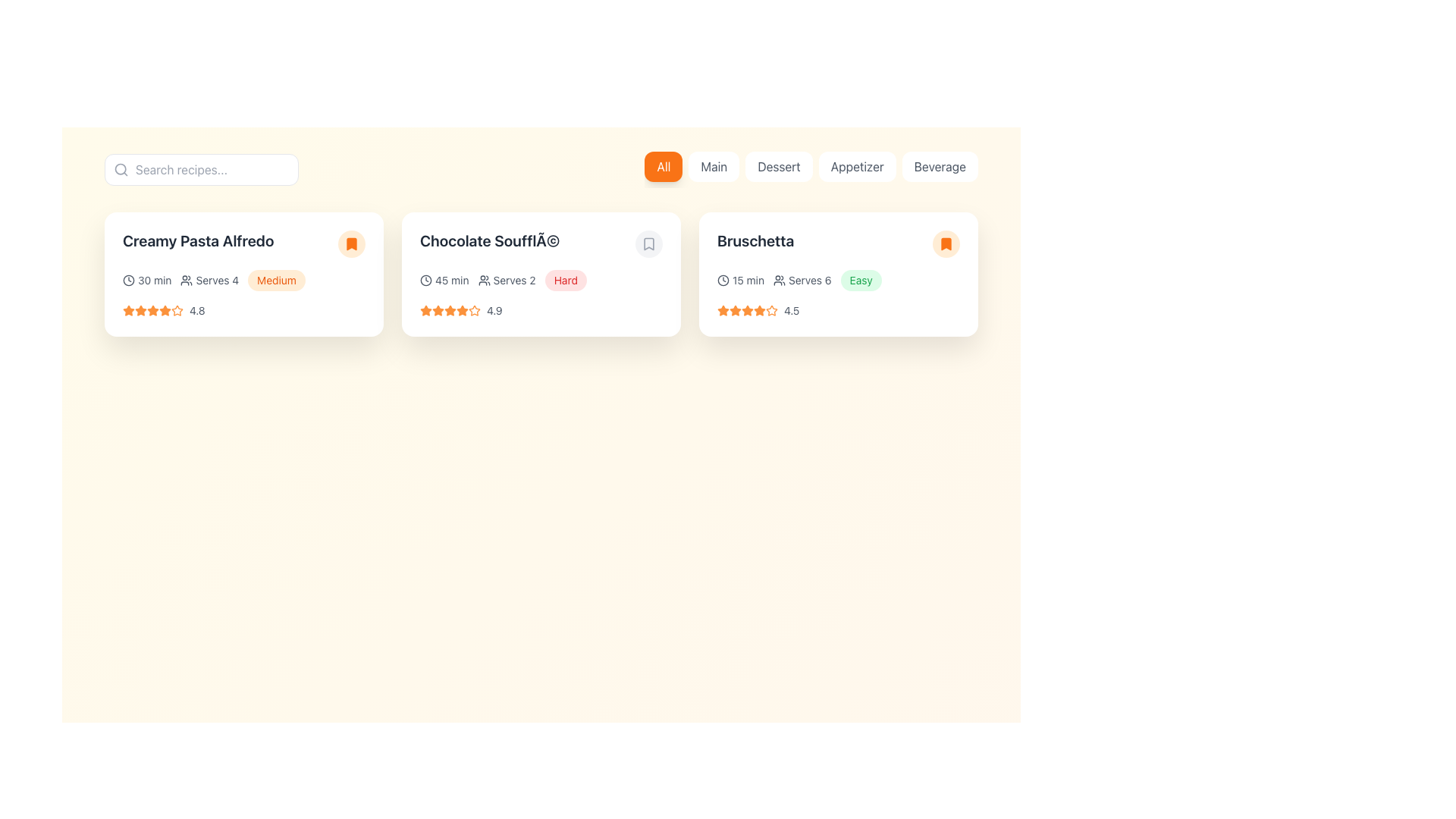  Describe the element at coordinates (243, 309) in the screenshot. I see `the rating indicator consisting of stars and a numeric score for the recipe 'Creamy Pasta Alfredo'` at that location.